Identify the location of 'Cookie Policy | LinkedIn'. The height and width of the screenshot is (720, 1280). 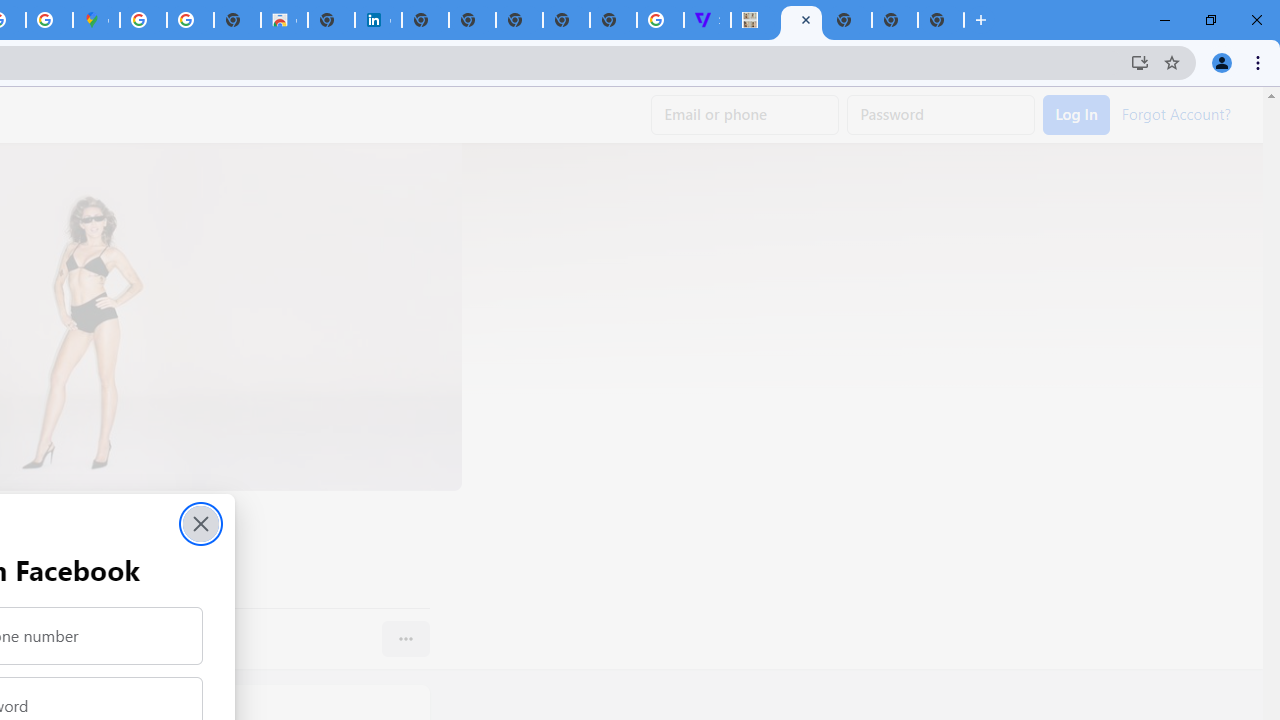
(378, 20).